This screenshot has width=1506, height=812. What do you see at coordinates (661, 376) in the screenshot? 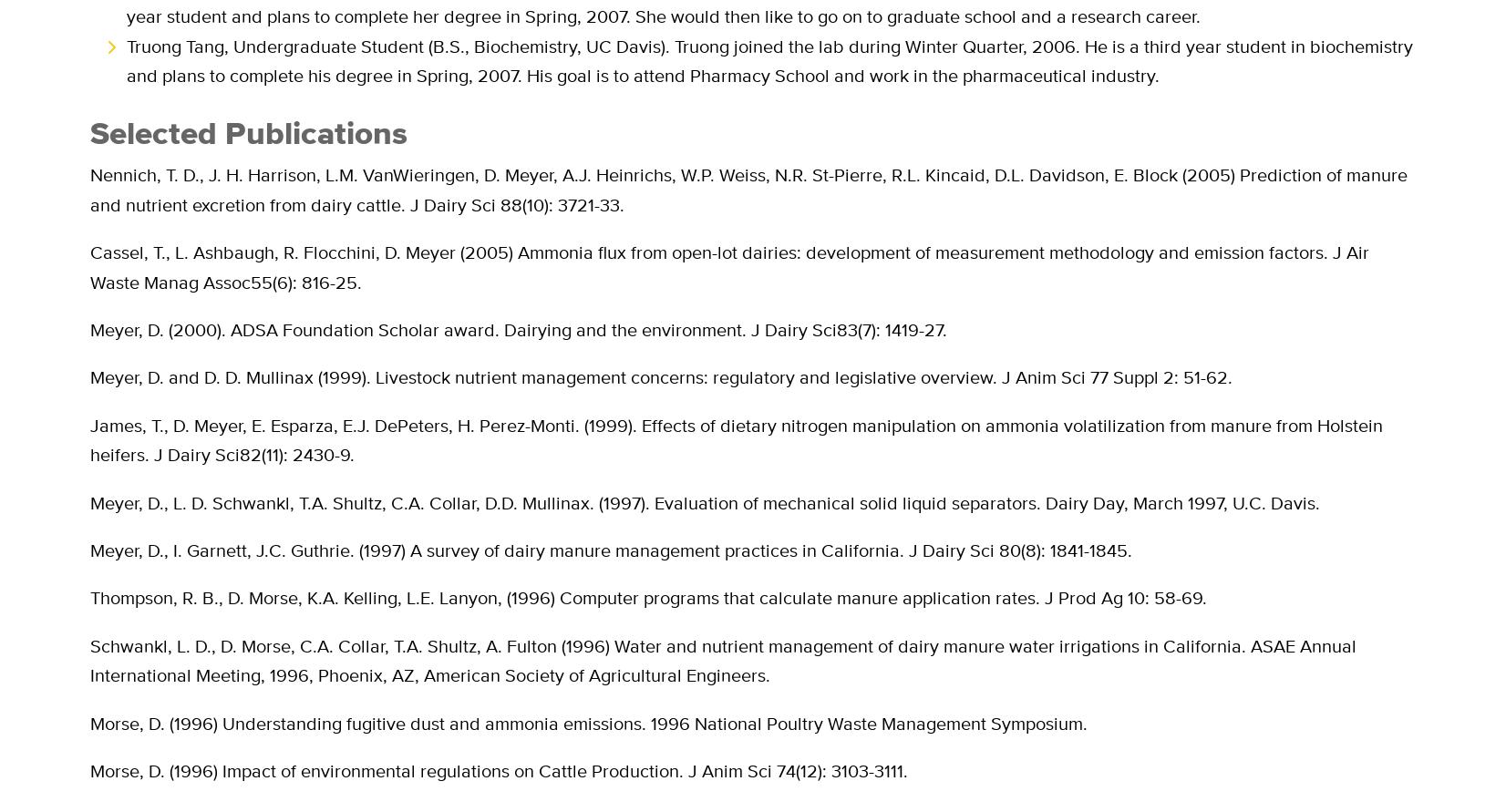
I see `'Meyer, D. and D. D. Mullinax (1999). Livestock nutrient management concerns: regulatory and legislative overview. J Anim Sci 77 Suppl 2: 51-62.'` at bounding box center [661, 376].